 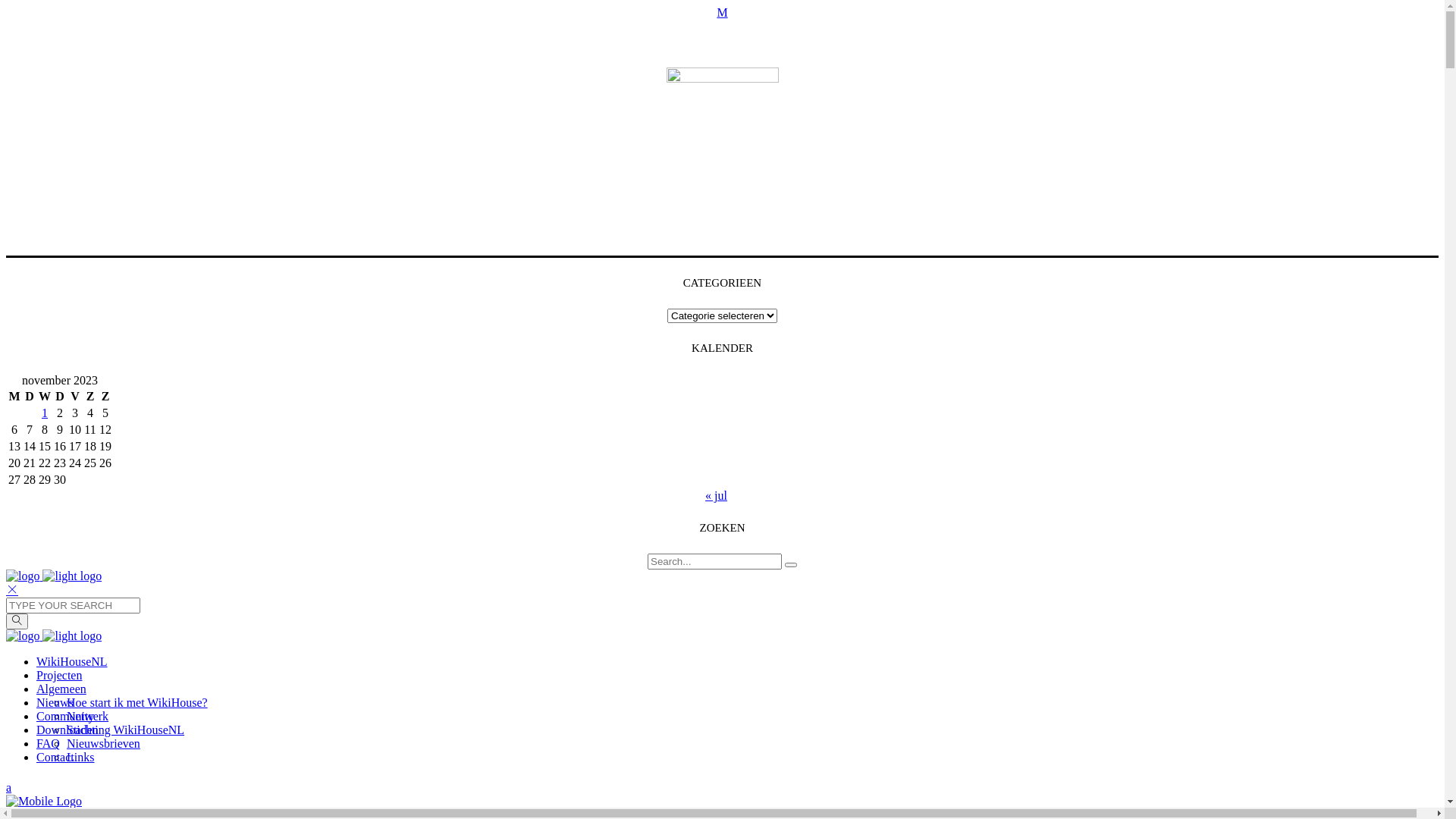 What do you see at coordinates (714, 561) in the screenshot?
I see `'Search for:'` at bounding box center [714, 561].